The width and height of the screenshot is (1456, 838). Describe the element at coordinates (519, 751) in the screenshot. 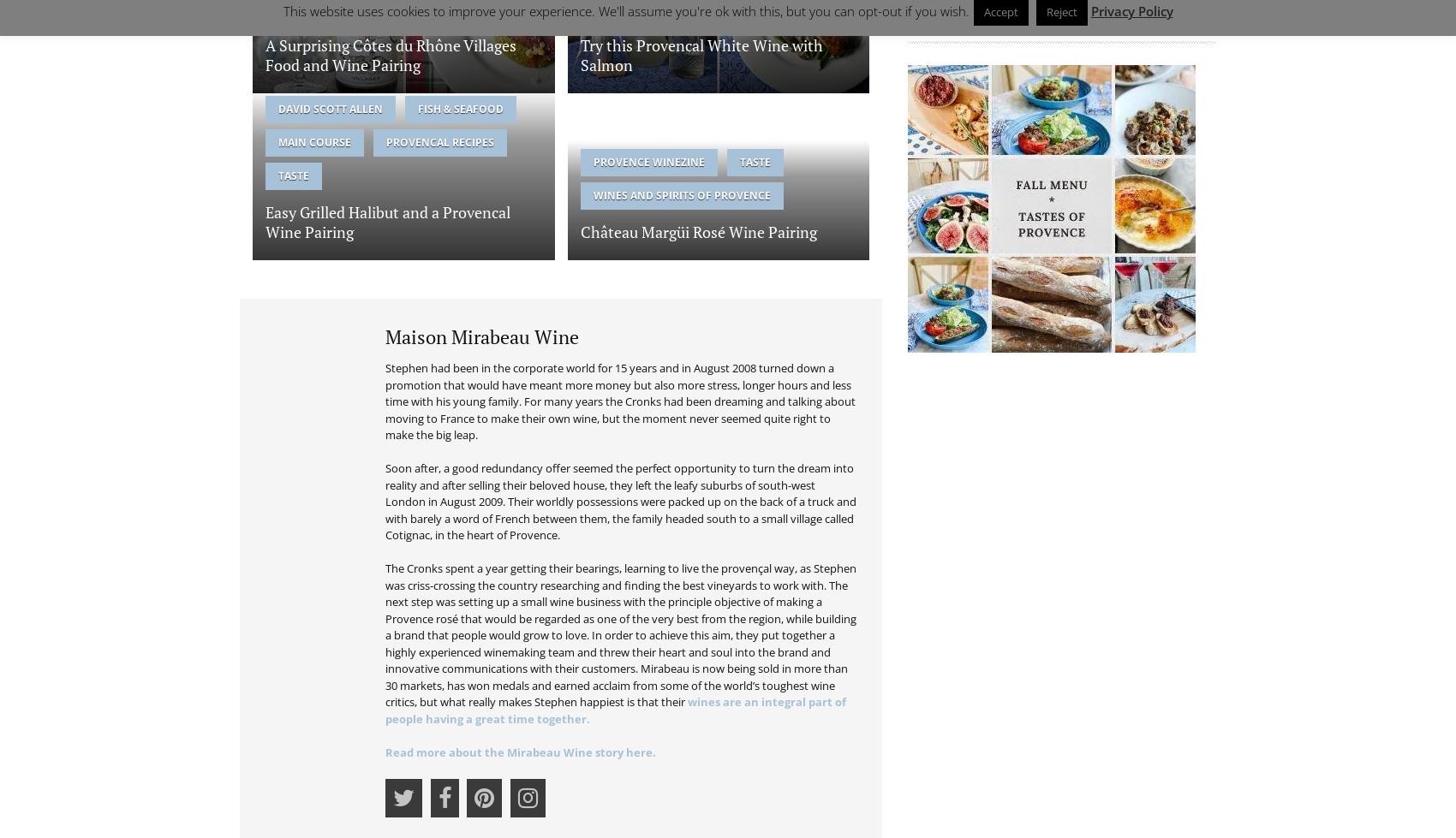

I see `'Read more about the Mirabeau Wine story here.'` at that location.